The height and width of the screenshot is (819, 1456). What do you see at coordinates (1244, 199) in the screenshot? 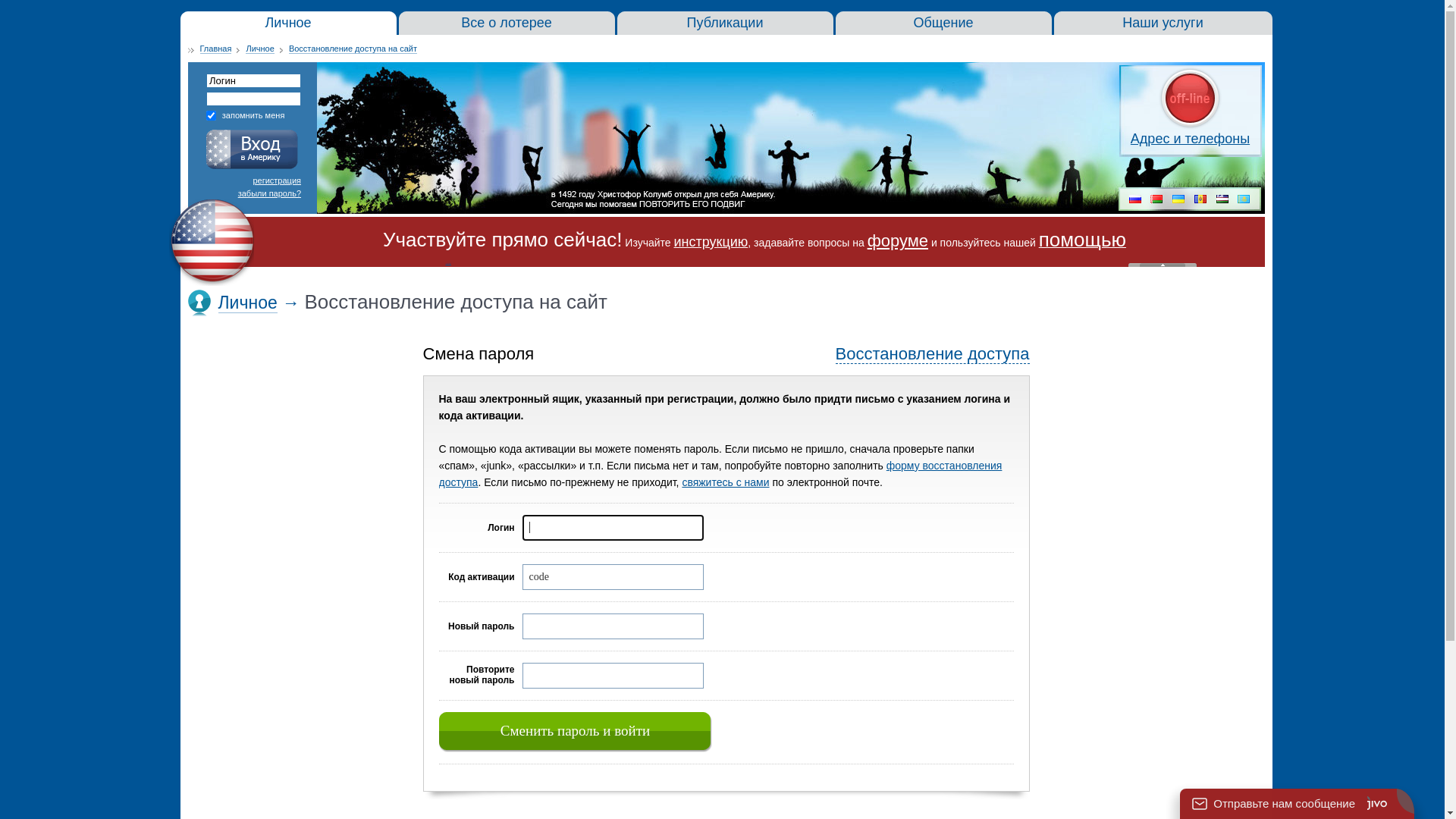
I see `'kz'` at bounding box center [1244, 199].